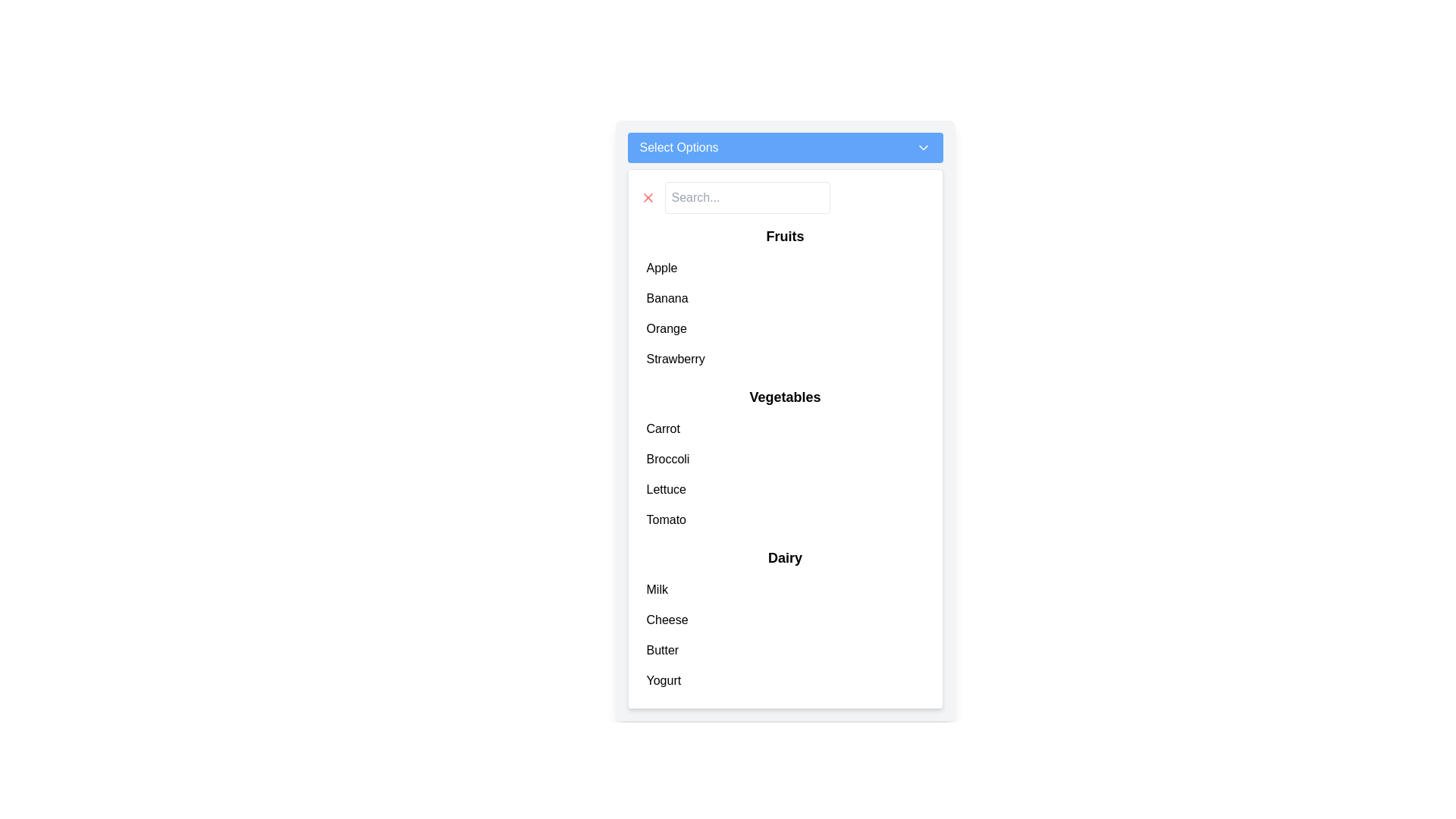 Image resolution: width=1456 pixels, height=819 pixels. What do you see at coordinates (785, 489) in the screenshot?
I see `the 'Lettuce' item in the 'Vegetables' dropdown list` at bounding box center [785, 489].